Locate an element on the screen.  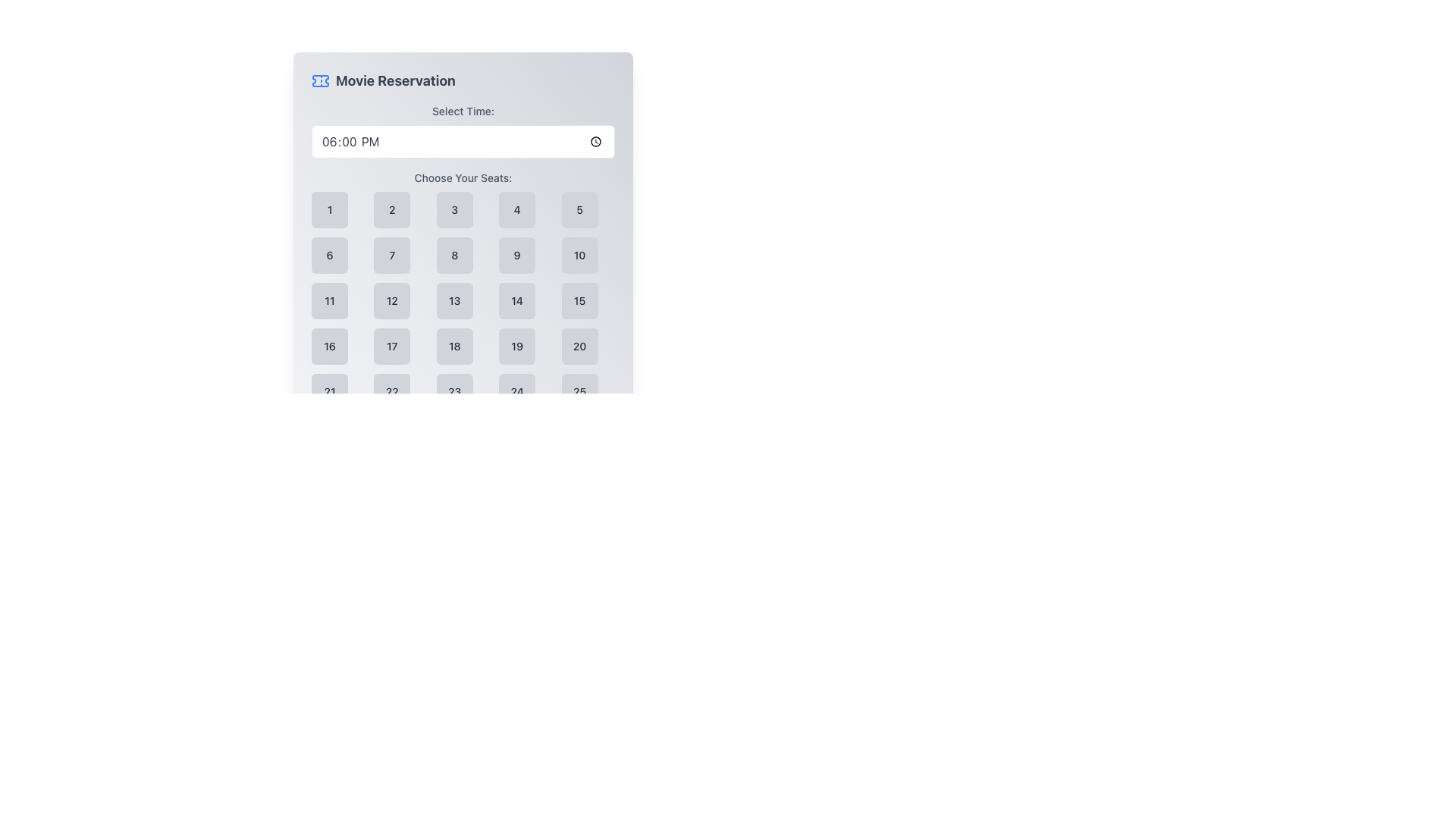
the square button with rounded corners containing the number '22' is located at coordinates (392, 391).